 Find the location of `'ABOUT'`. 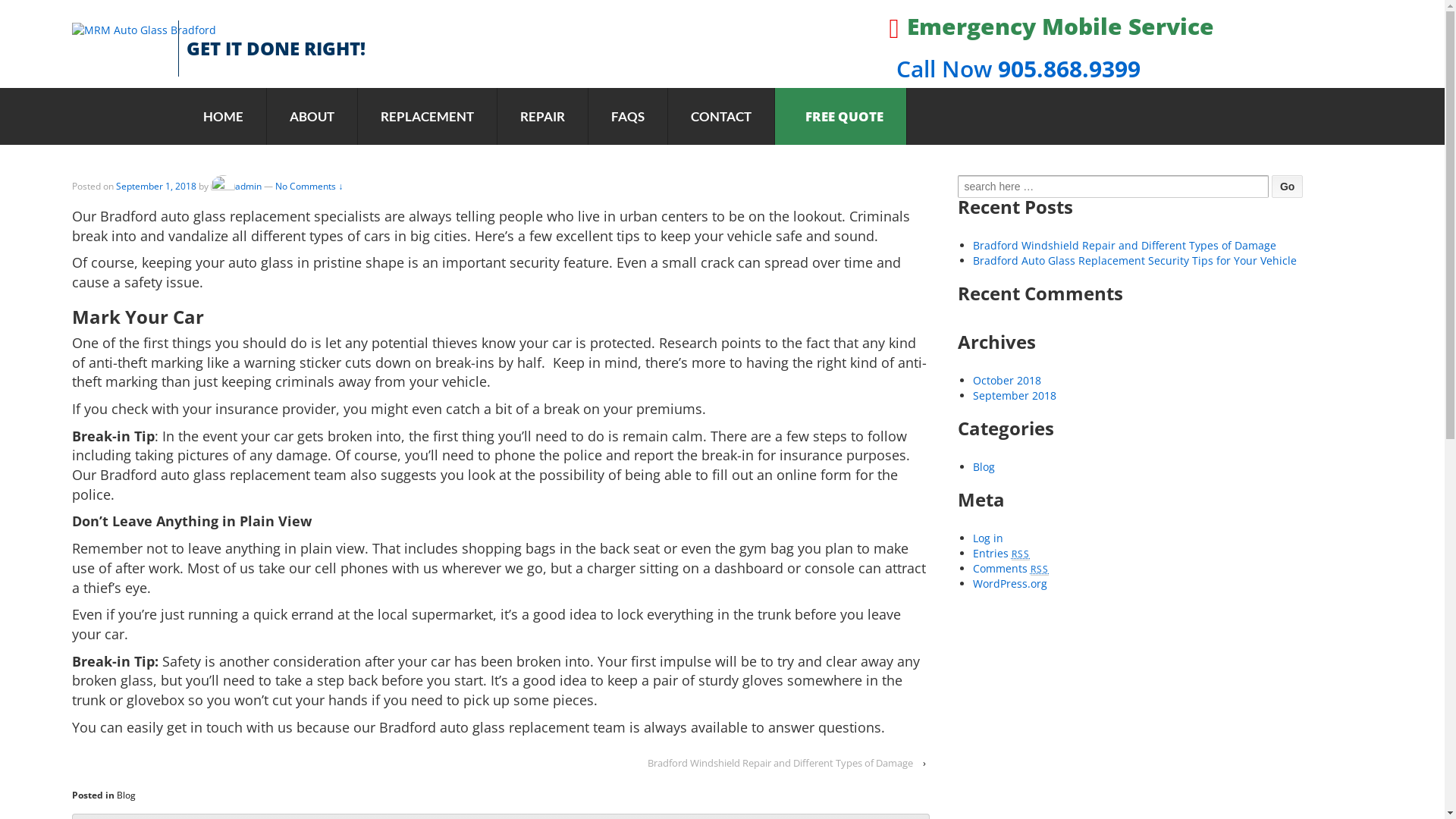

'ABOUT' is located at coordinates (311, 115).